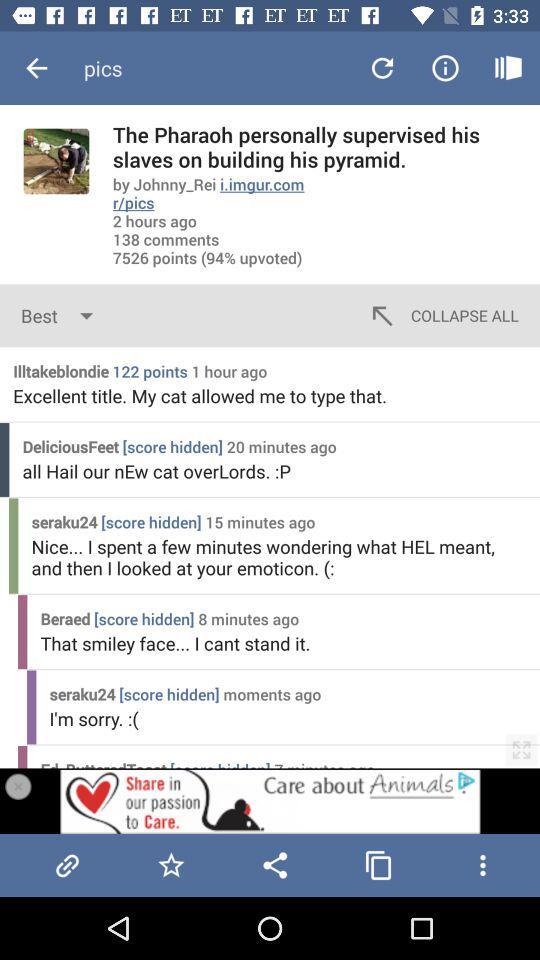  Describe the element at coordinates (171, 864) in the screenshot. I see `the star icon` at that location.